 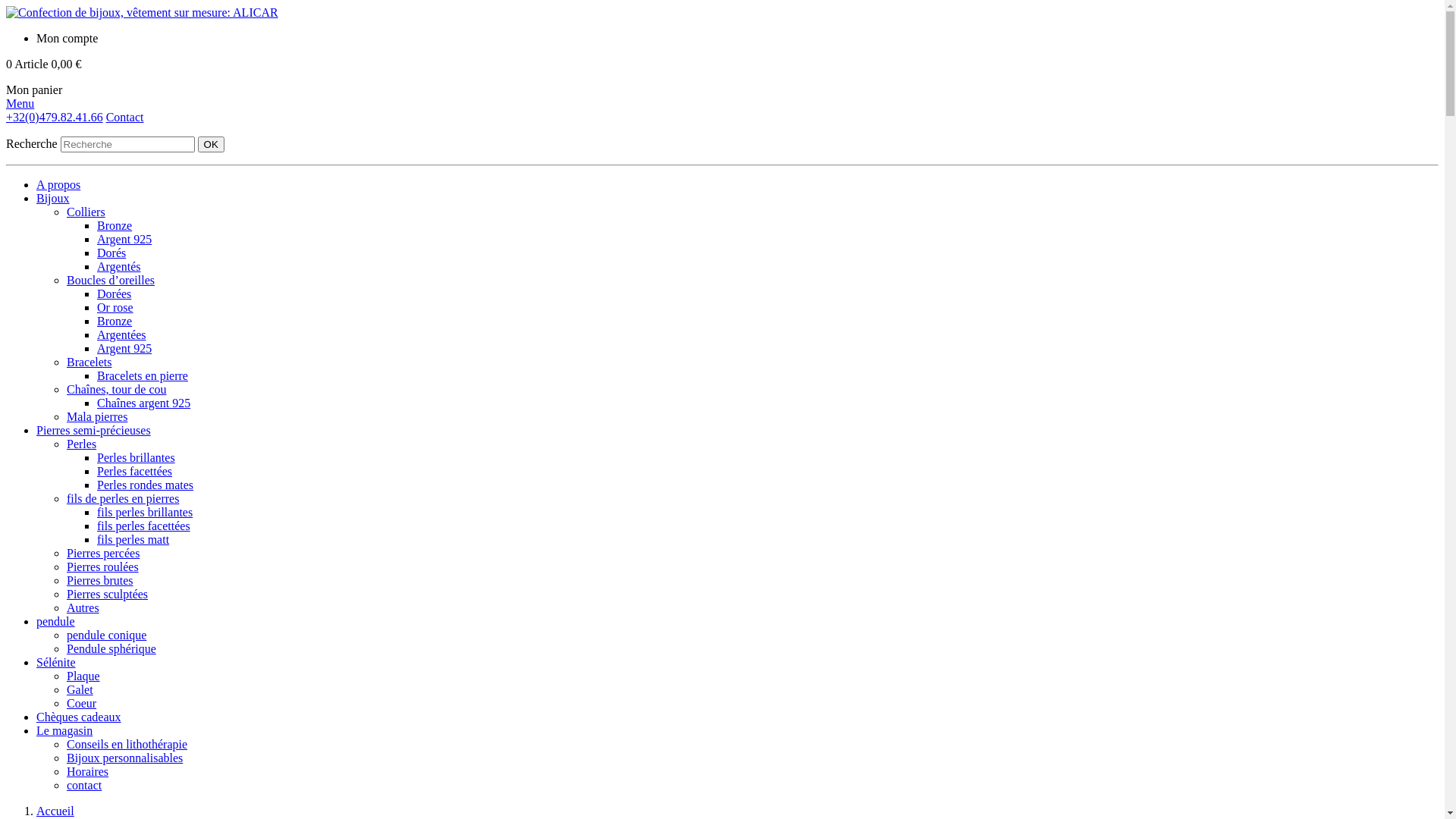 I want to click on 'Bijoux personnalisables', so click(x=124, y=758).